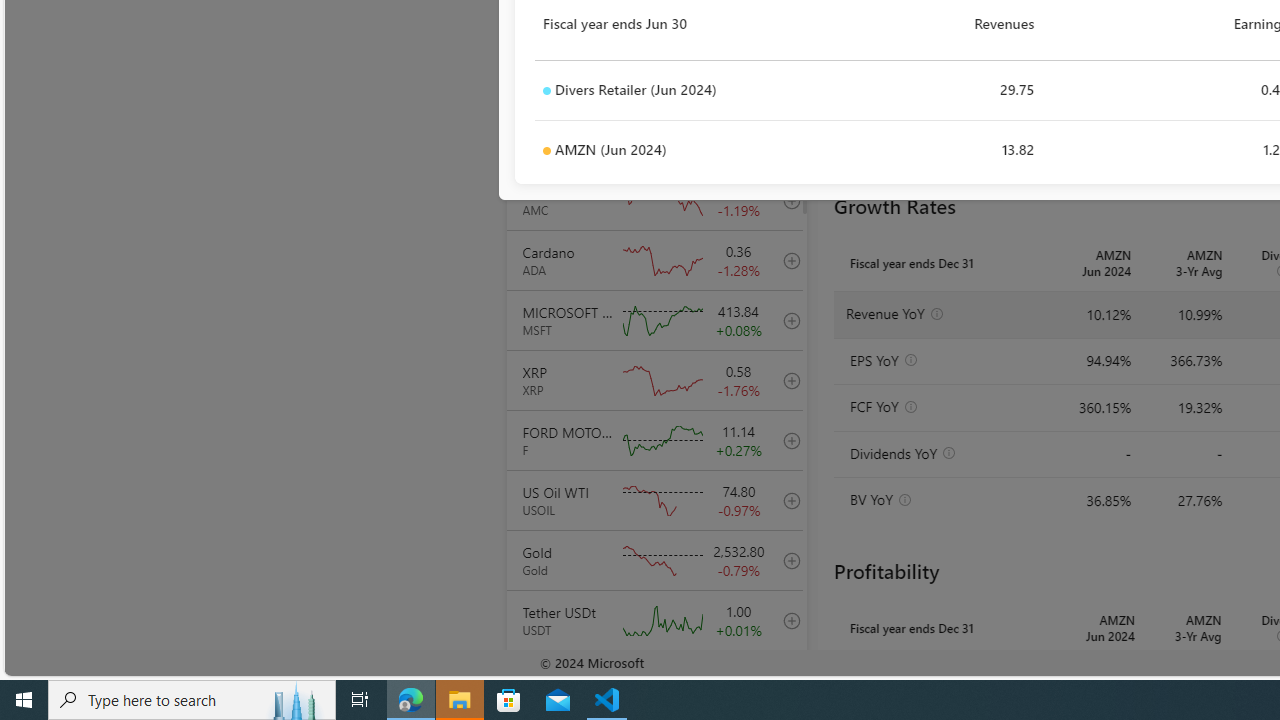 This screenshot has width=1280, height=720. Describe the element at coordinates (546, 150) in the screenshot. I see `'Class: symbolDot-DS-EntryPoint1-2'` at that location.